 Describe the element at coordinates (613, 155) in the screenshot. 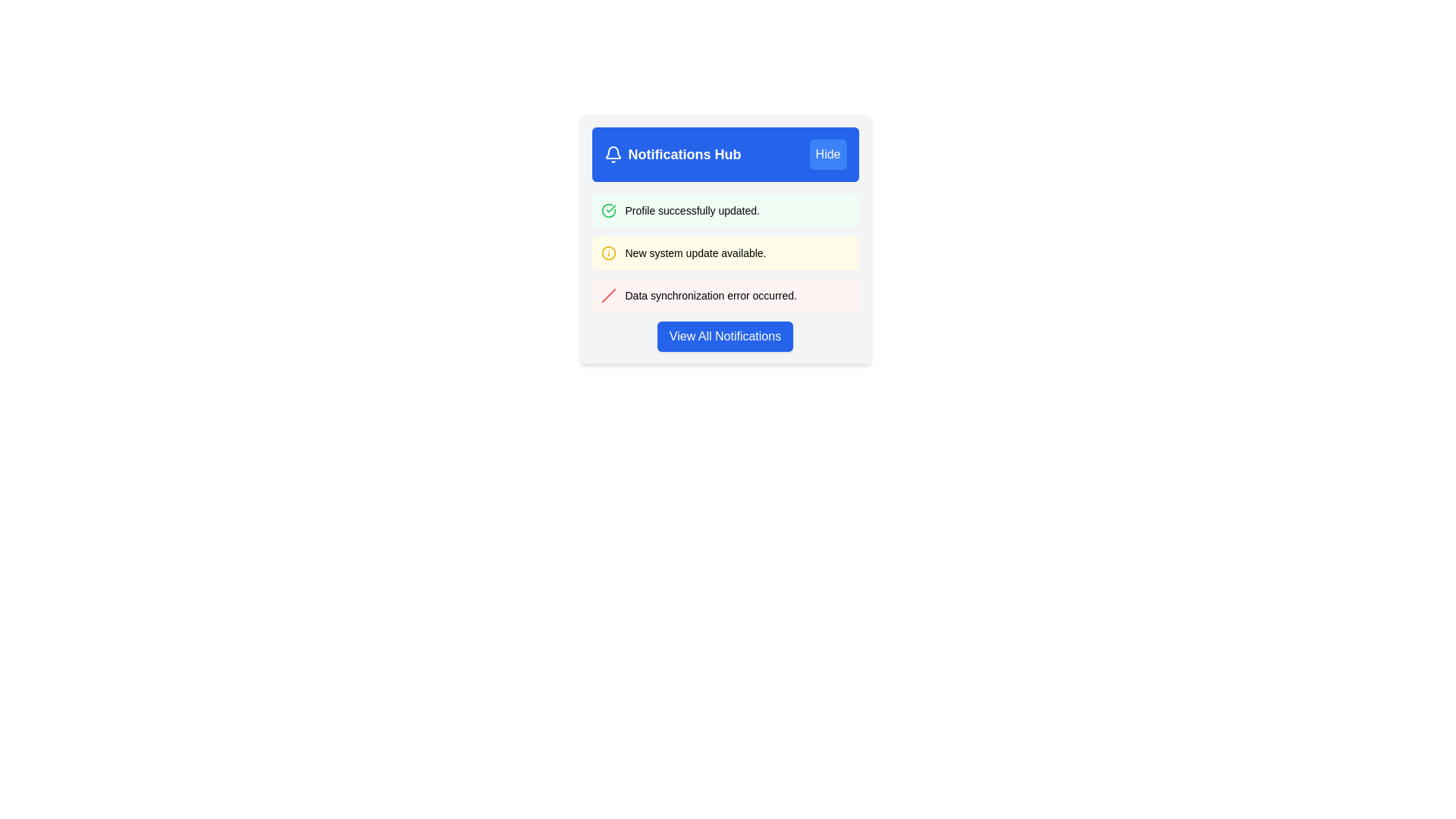

I see `the bell icon in the Notifications Hub header, which is styled with an outline appearance and is located to the left of the text 'Notifications Hub'` at that location.